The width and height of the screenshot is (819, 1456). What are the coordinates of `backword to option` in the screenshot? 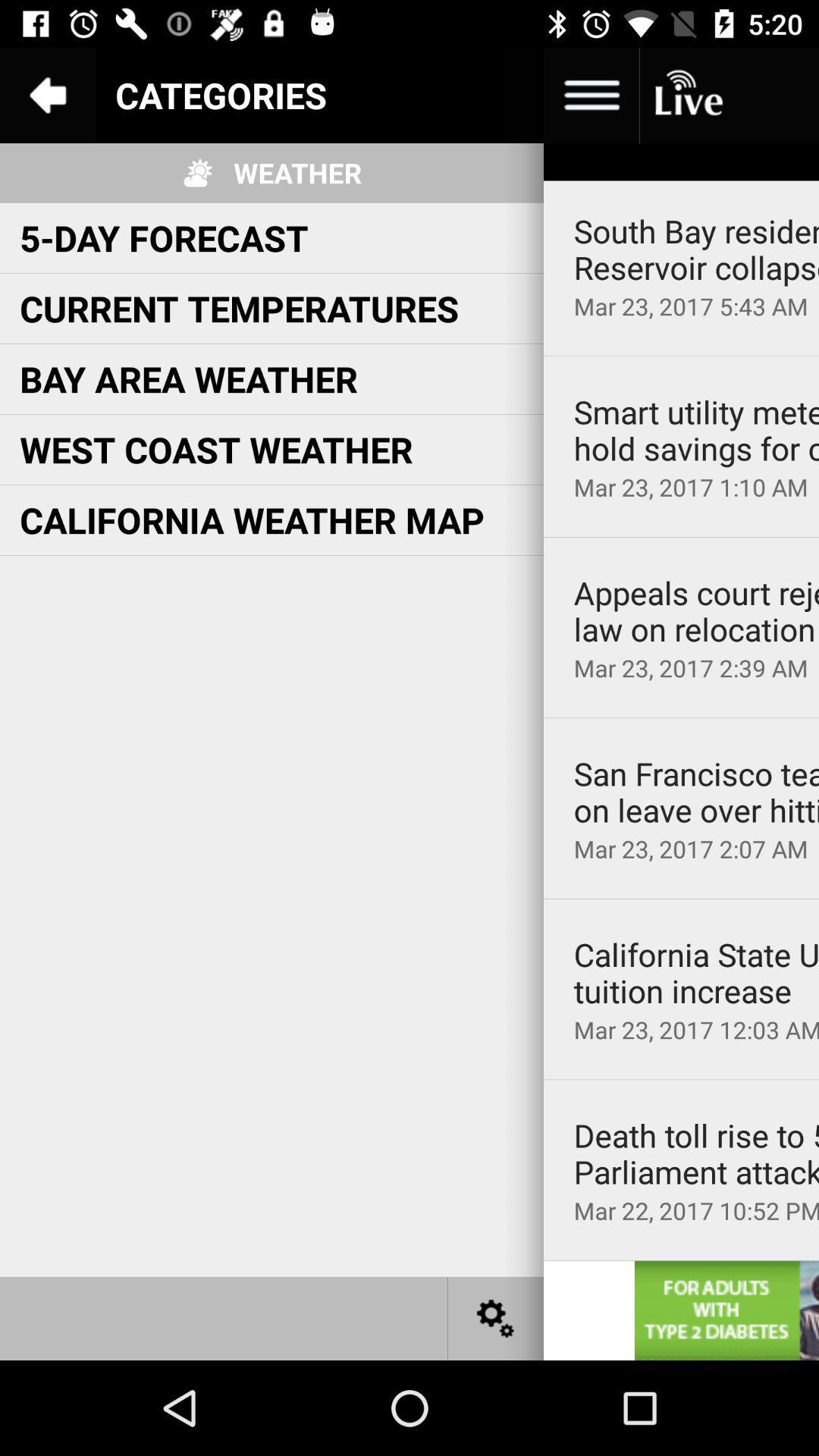 It's located at (46, 94).